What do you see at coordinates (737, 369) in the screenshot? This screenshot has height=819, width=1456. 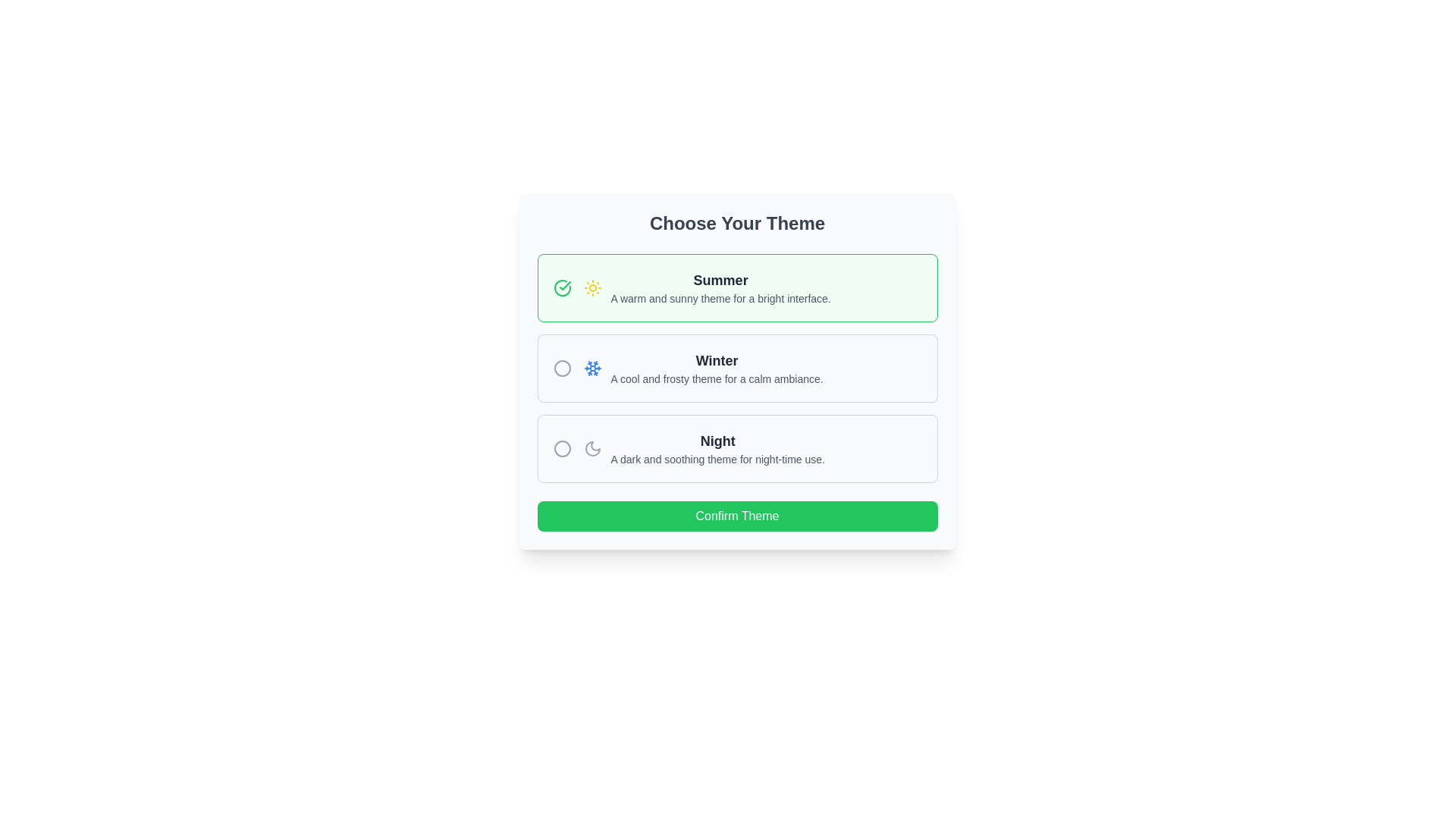 I see `the 'Winter' theme by clicking on the second selectable card with a radio button in the theme options` at bounding box center [737, 369].